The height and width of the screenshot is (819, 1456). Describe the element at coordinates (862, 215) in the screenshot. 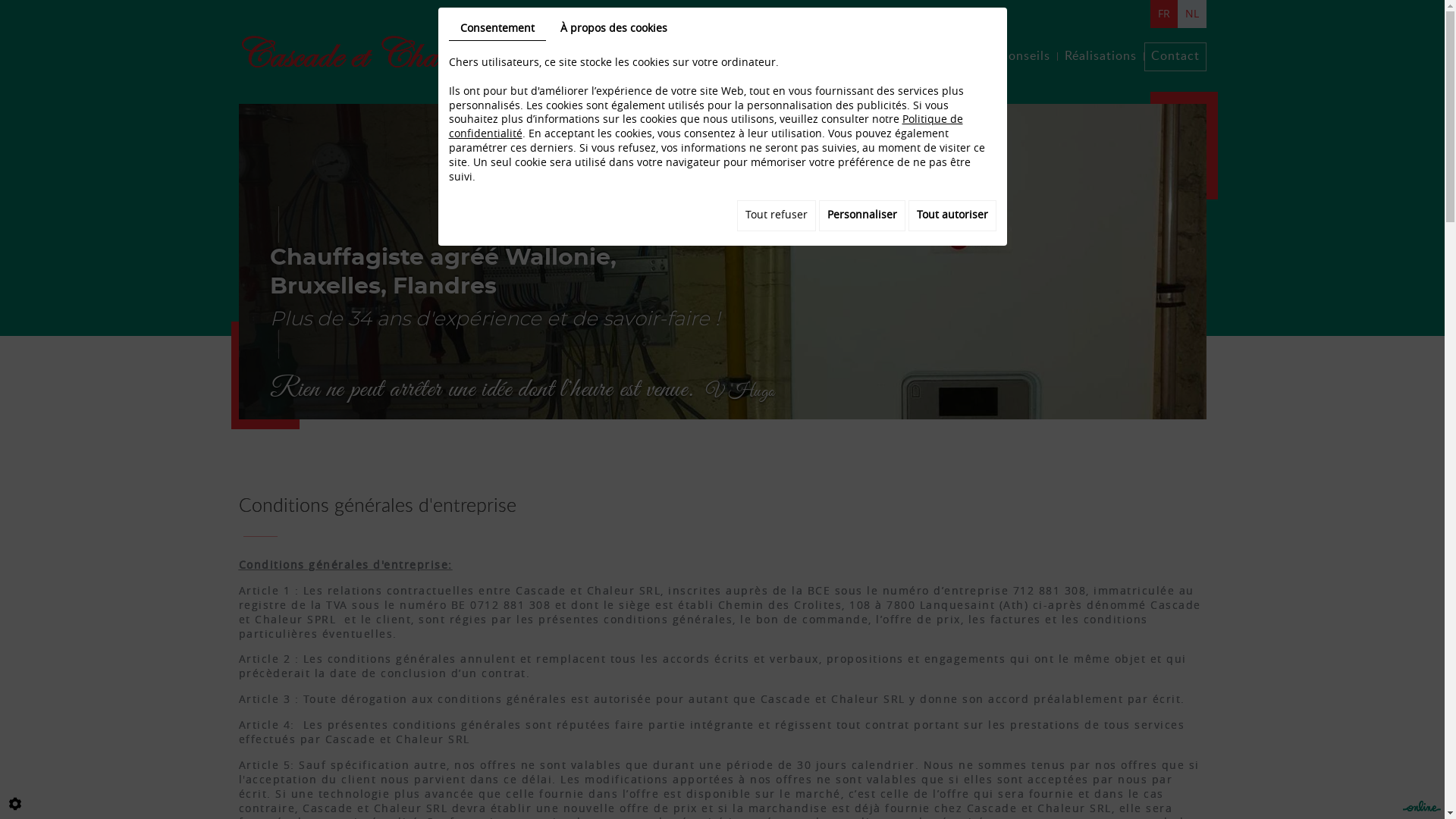

I see `'Personnaliser'` at that location.